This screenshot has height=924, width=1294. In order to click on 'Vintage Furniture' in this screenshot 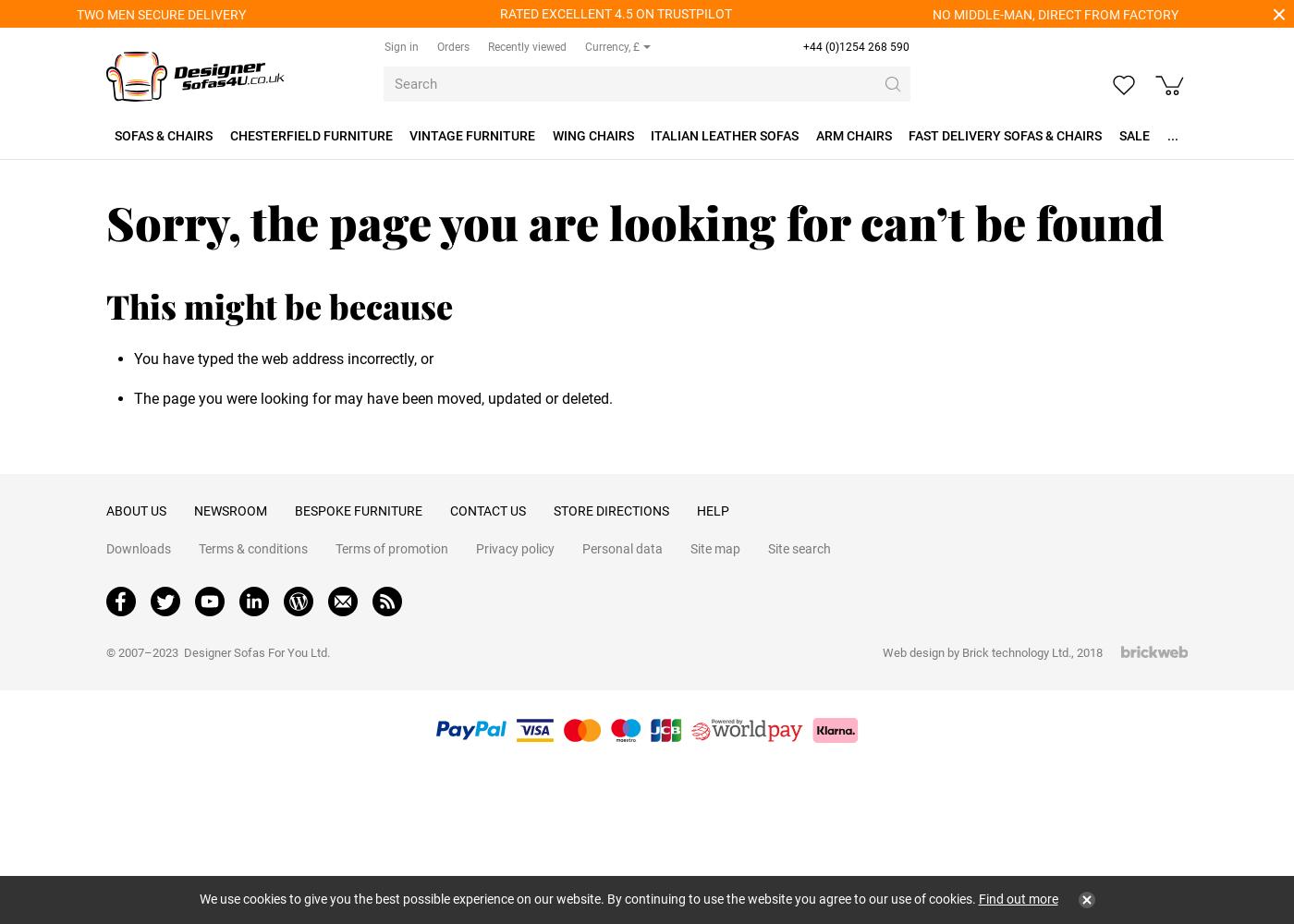, I will do `click(472, 136)`.